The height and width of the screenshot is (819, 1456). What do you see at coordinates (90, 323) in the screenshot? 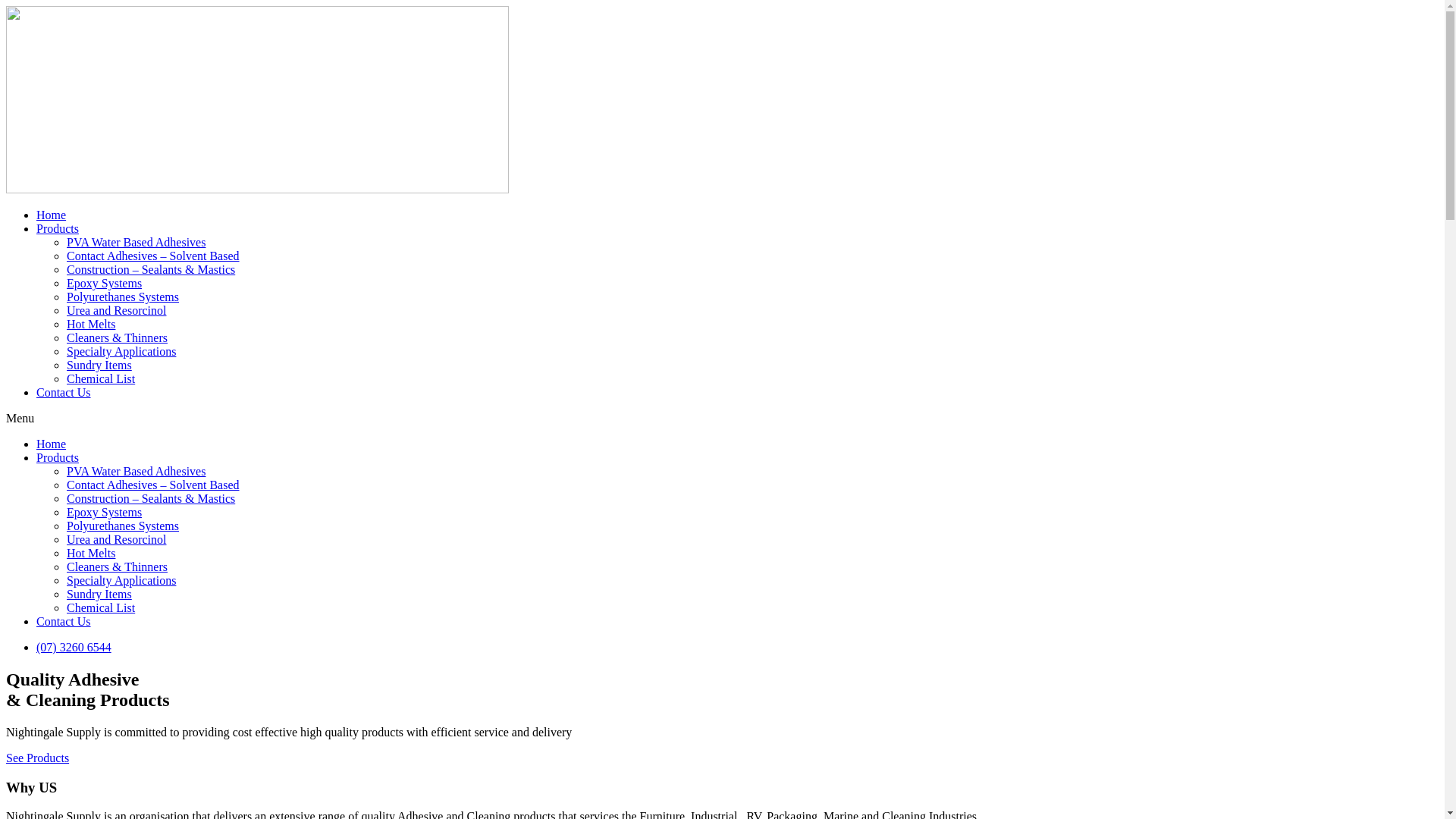
I see `'Hot Melts'` at bounding box center [90, 323].